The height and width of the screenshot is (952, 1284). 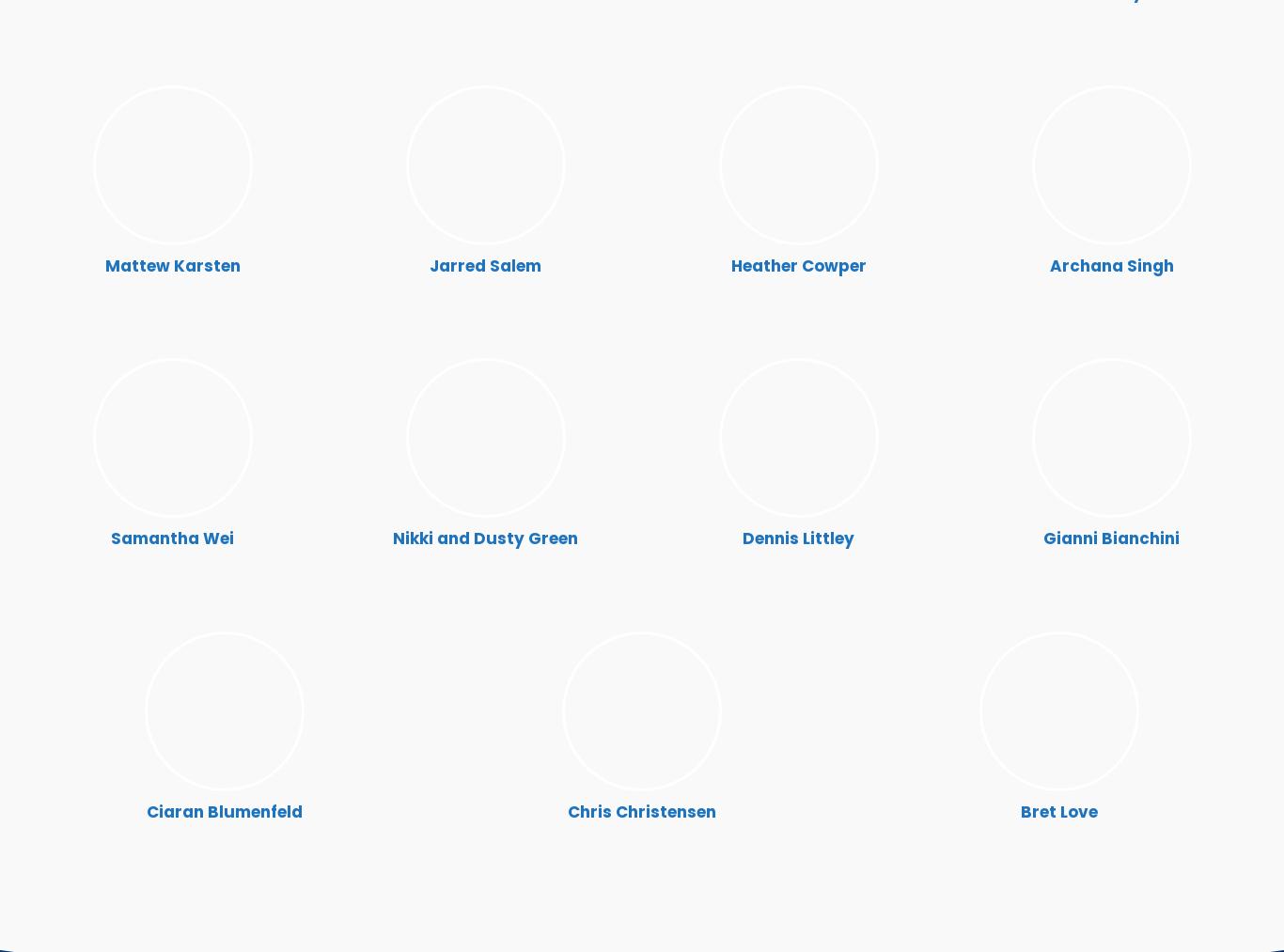 What do you see at coordinates (642, 809) in the screenshot?
I see `'Chris Christensen'` at bounding box center [642, 809].